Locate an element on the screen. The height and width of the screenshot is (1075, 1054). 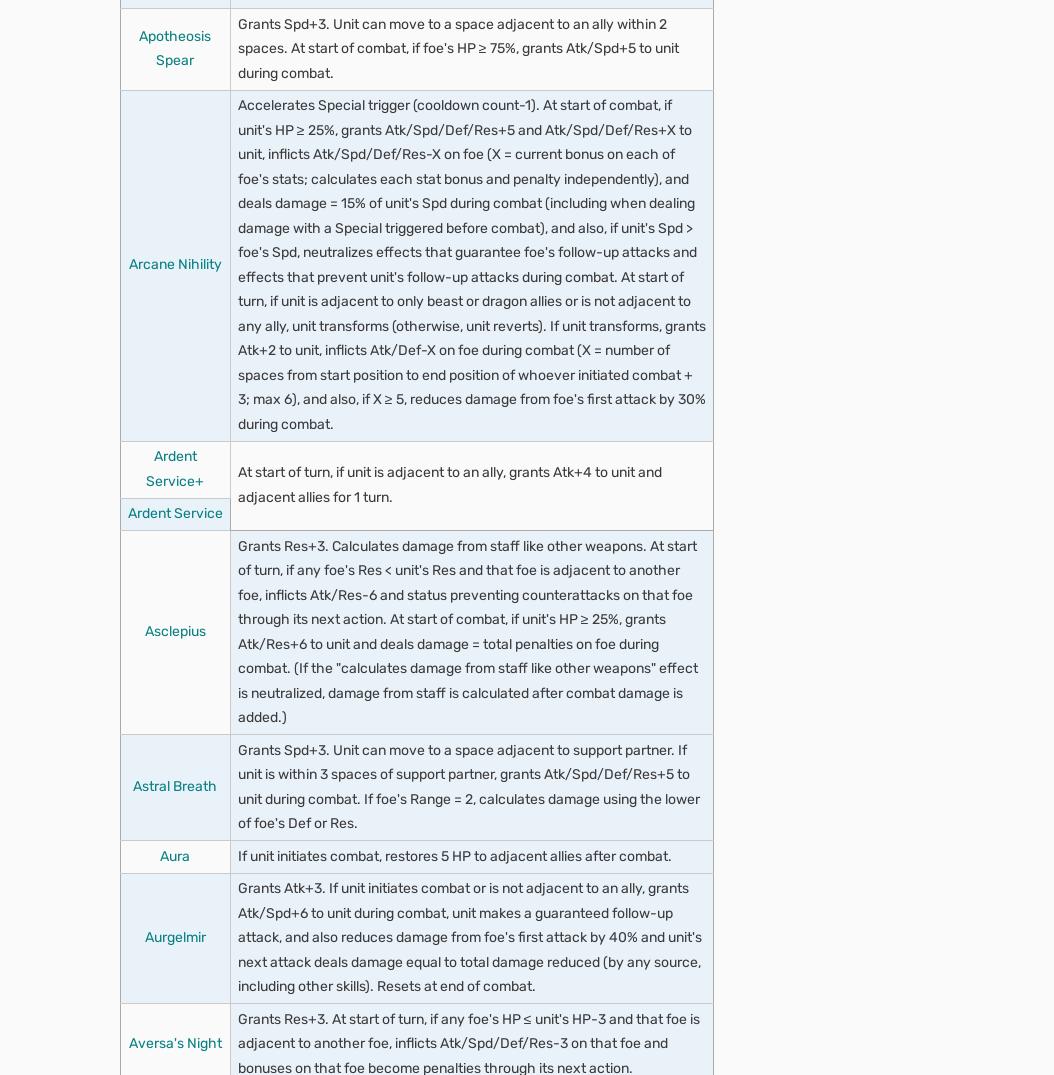
'【Panic】' is located at coordinates (290, 536).